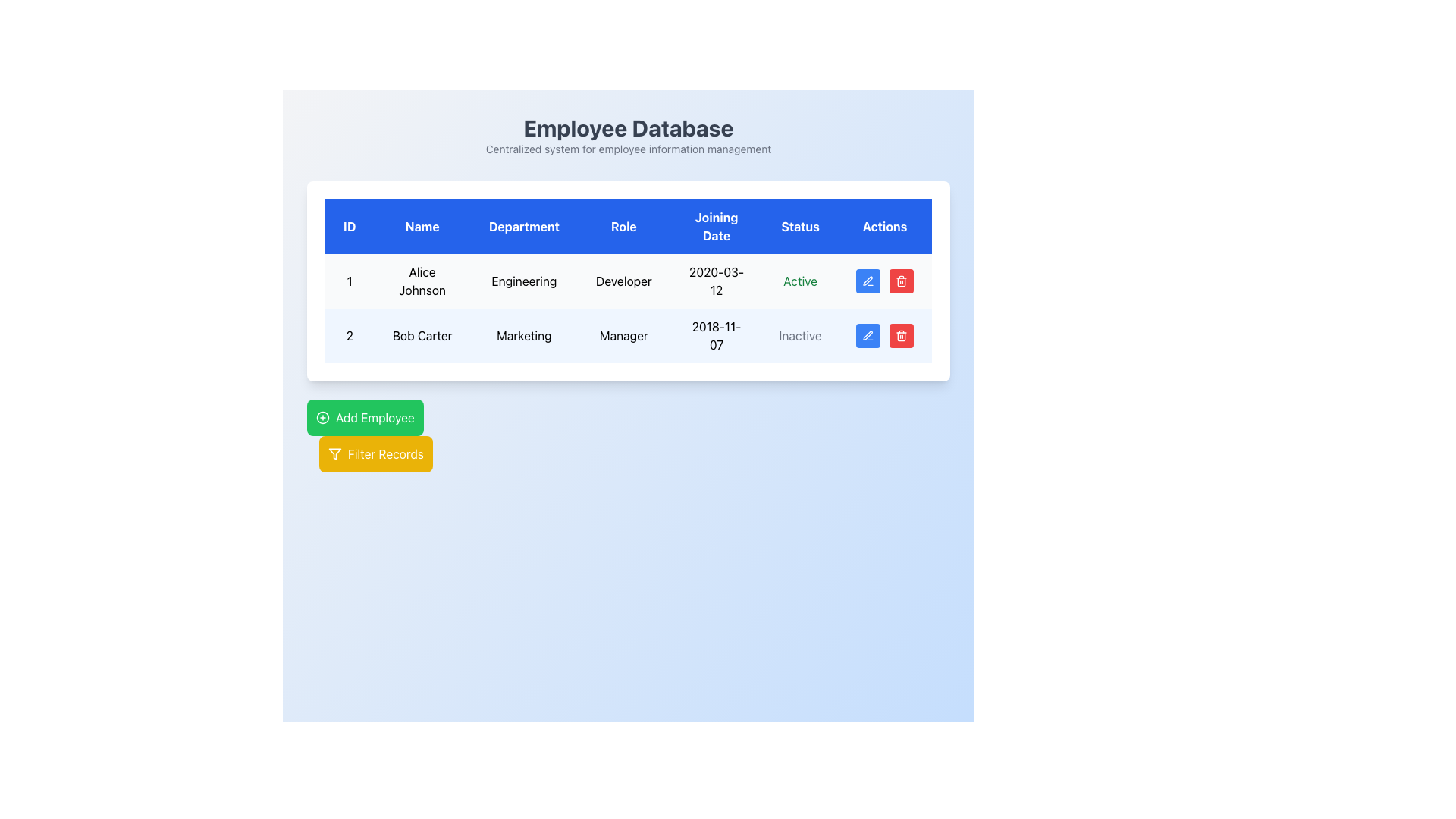 This screenshot has width=1456, height=819. I want to click on the text label displaying 'Active' in green color under the 'Status' column for the employee 'Alice Johnson' in the first row of the table, so click(799, 281).